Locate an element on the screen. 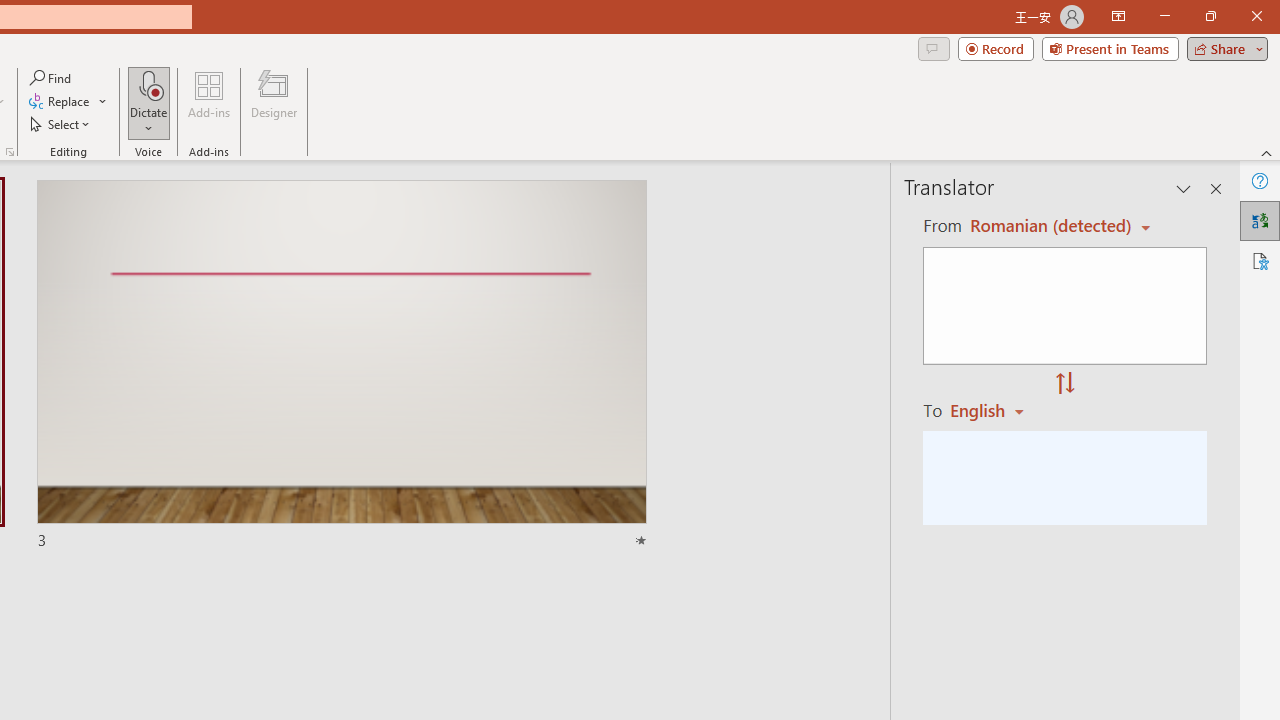 Image resolution: width=1280 pixels, height=720 pixels. 'Replace...' is located at coordinates (69, 101).